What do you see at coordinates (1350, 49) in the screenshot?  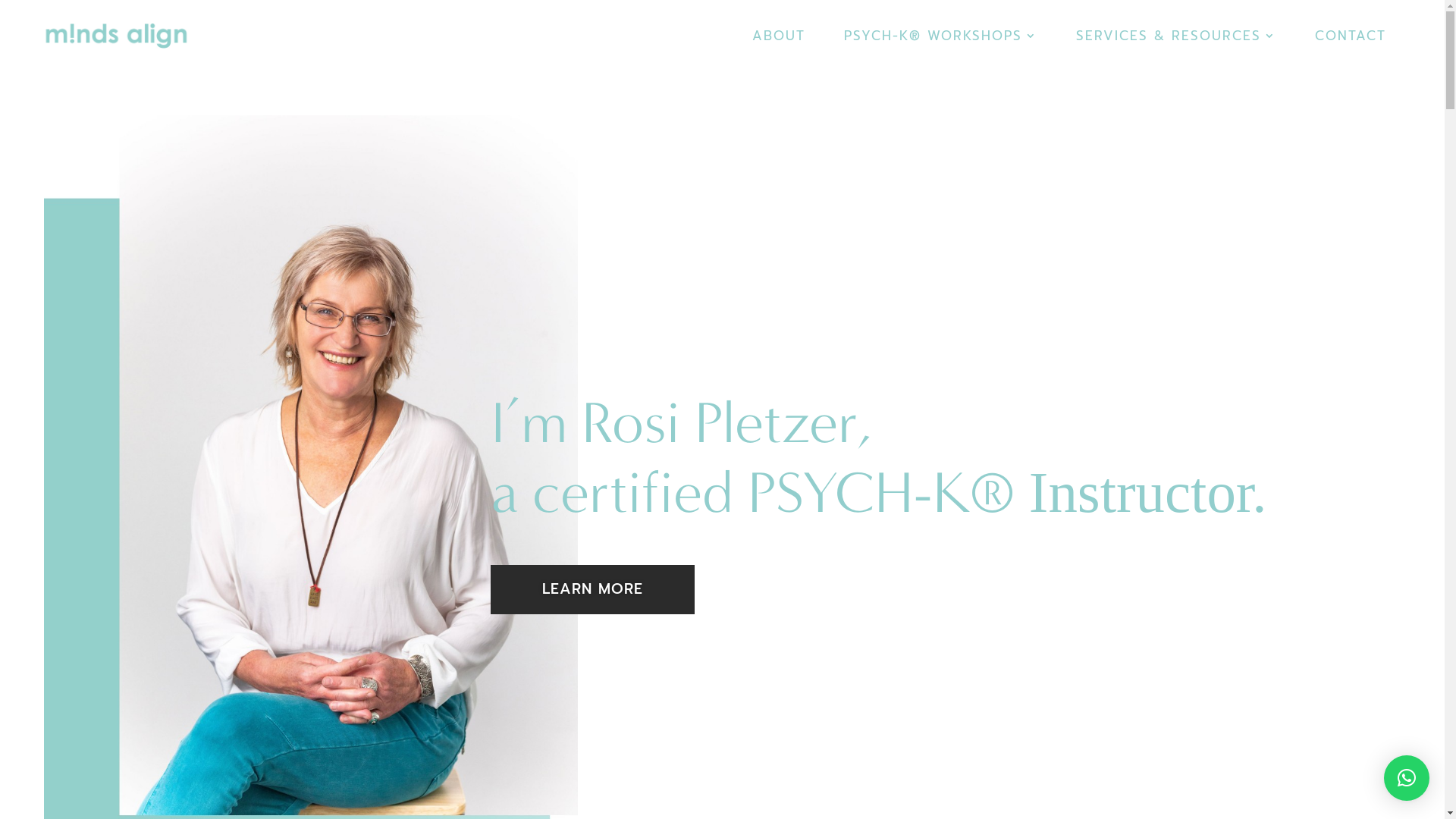 I see `'CONTACT'` at bounding box center [1350, 49].